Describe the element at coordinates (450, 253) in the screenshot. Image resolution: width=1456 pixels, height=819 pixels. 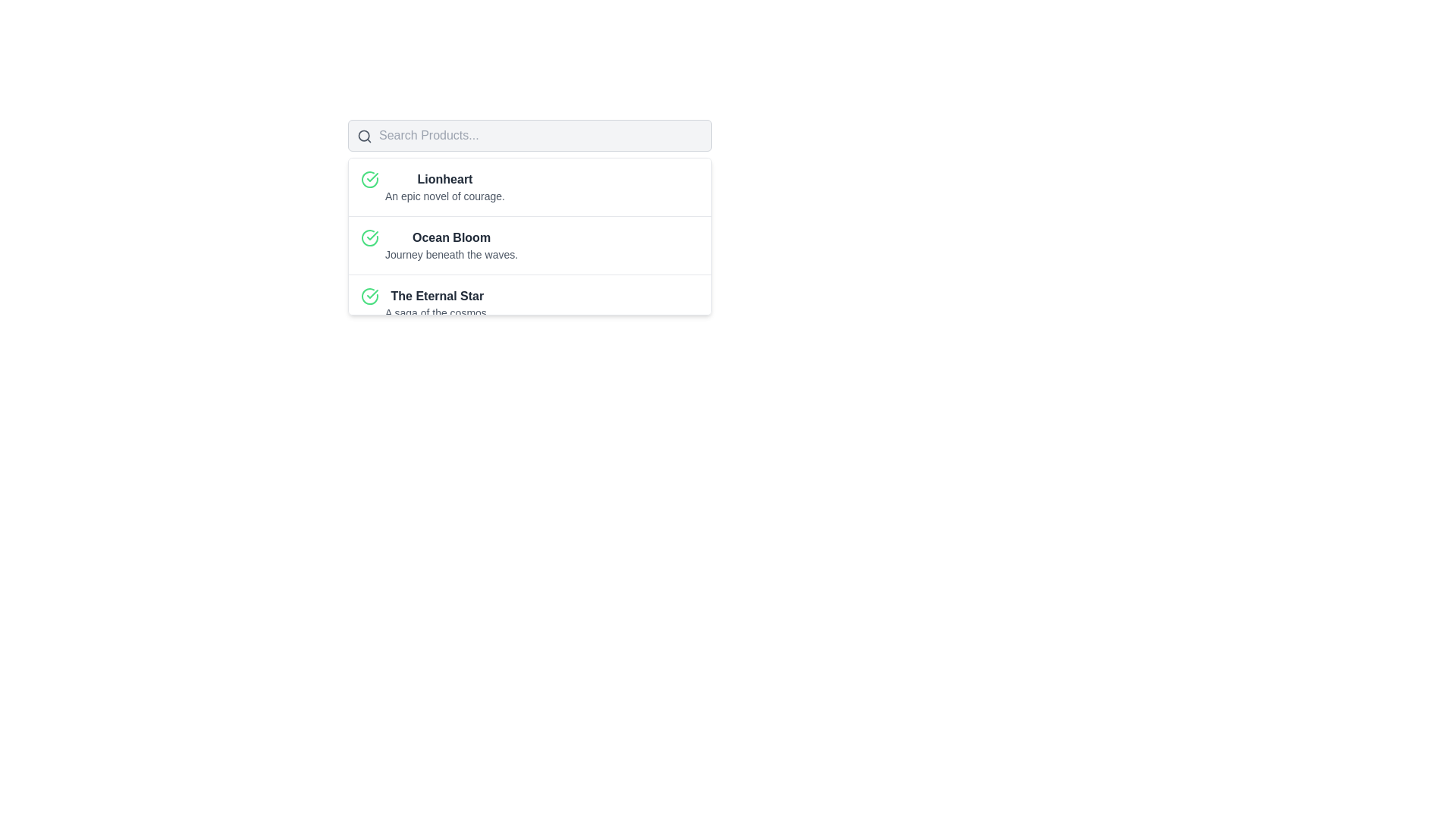
I see `the static text label that provides supplementary context for the 'Ocean Bloom' item, specifically displaying the text 'Journey beneath the waves.'` at that location.